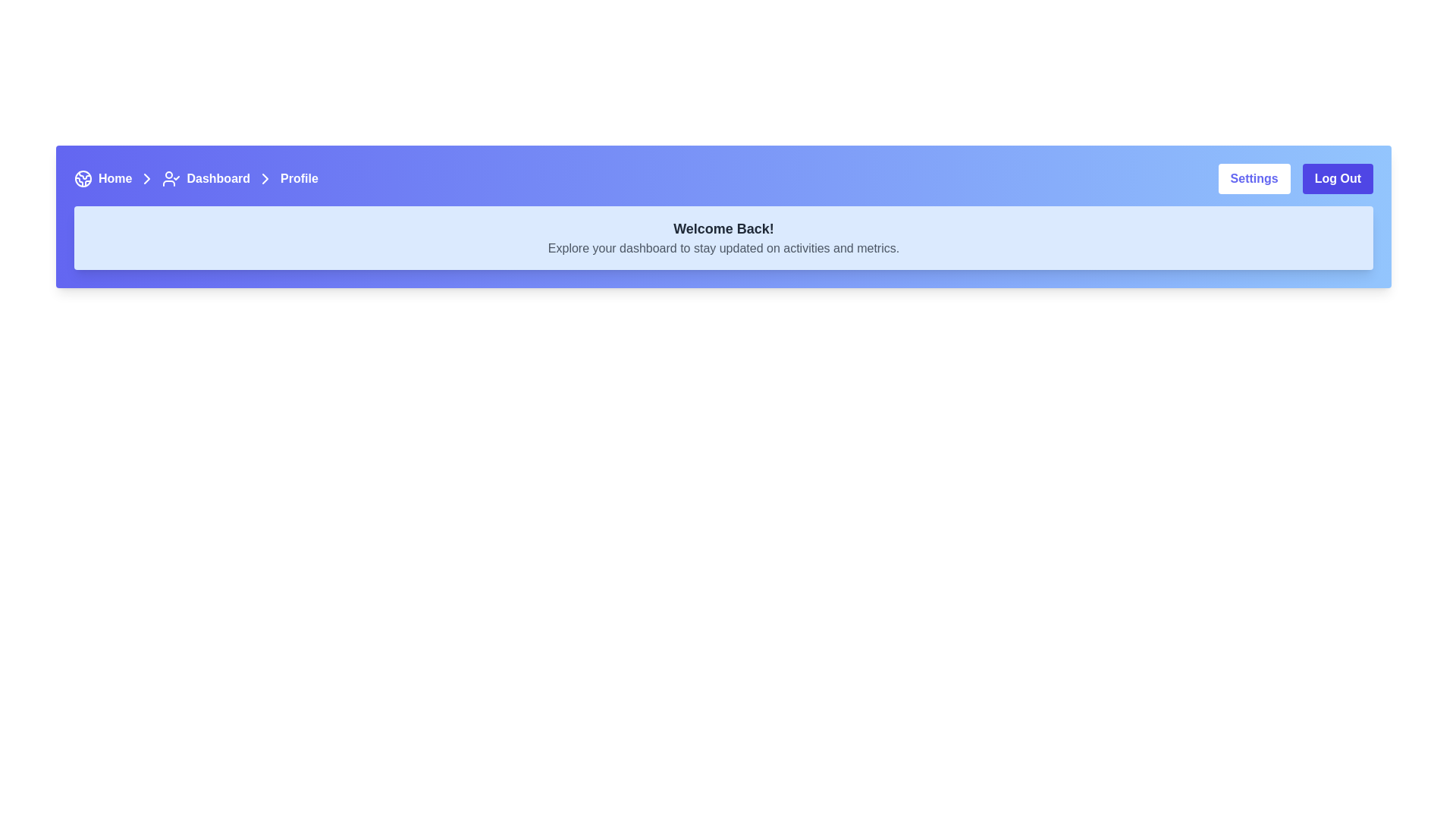 The image size is (1456, 819). I want to click on the text label that reads 'Welcome Back!' styled in bold, large dark gray font, prominently positioned in the center of a light blue background, so click(723, 228).